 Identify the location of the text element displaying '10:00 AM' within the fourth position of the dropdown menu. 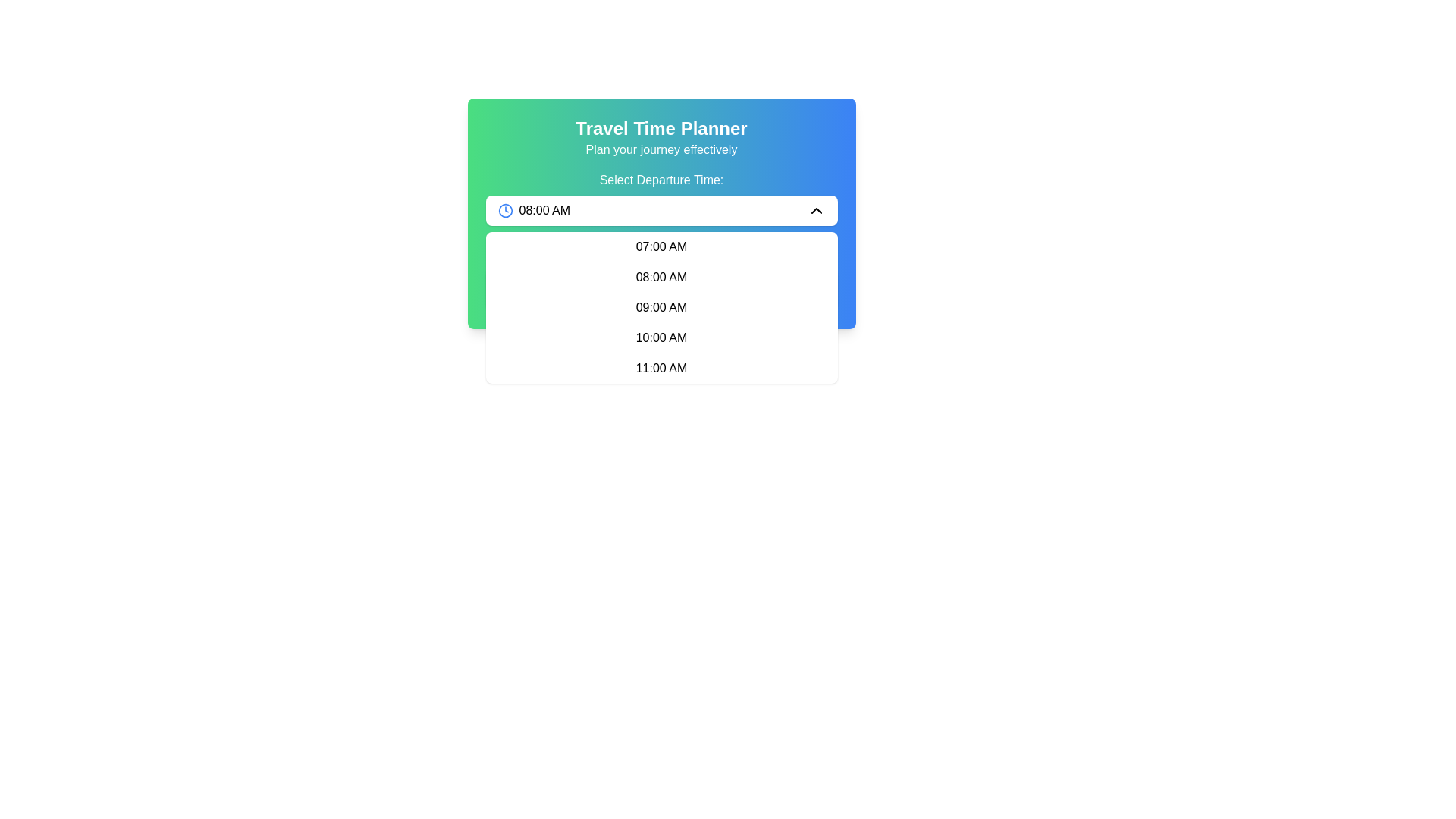
(661, 337).